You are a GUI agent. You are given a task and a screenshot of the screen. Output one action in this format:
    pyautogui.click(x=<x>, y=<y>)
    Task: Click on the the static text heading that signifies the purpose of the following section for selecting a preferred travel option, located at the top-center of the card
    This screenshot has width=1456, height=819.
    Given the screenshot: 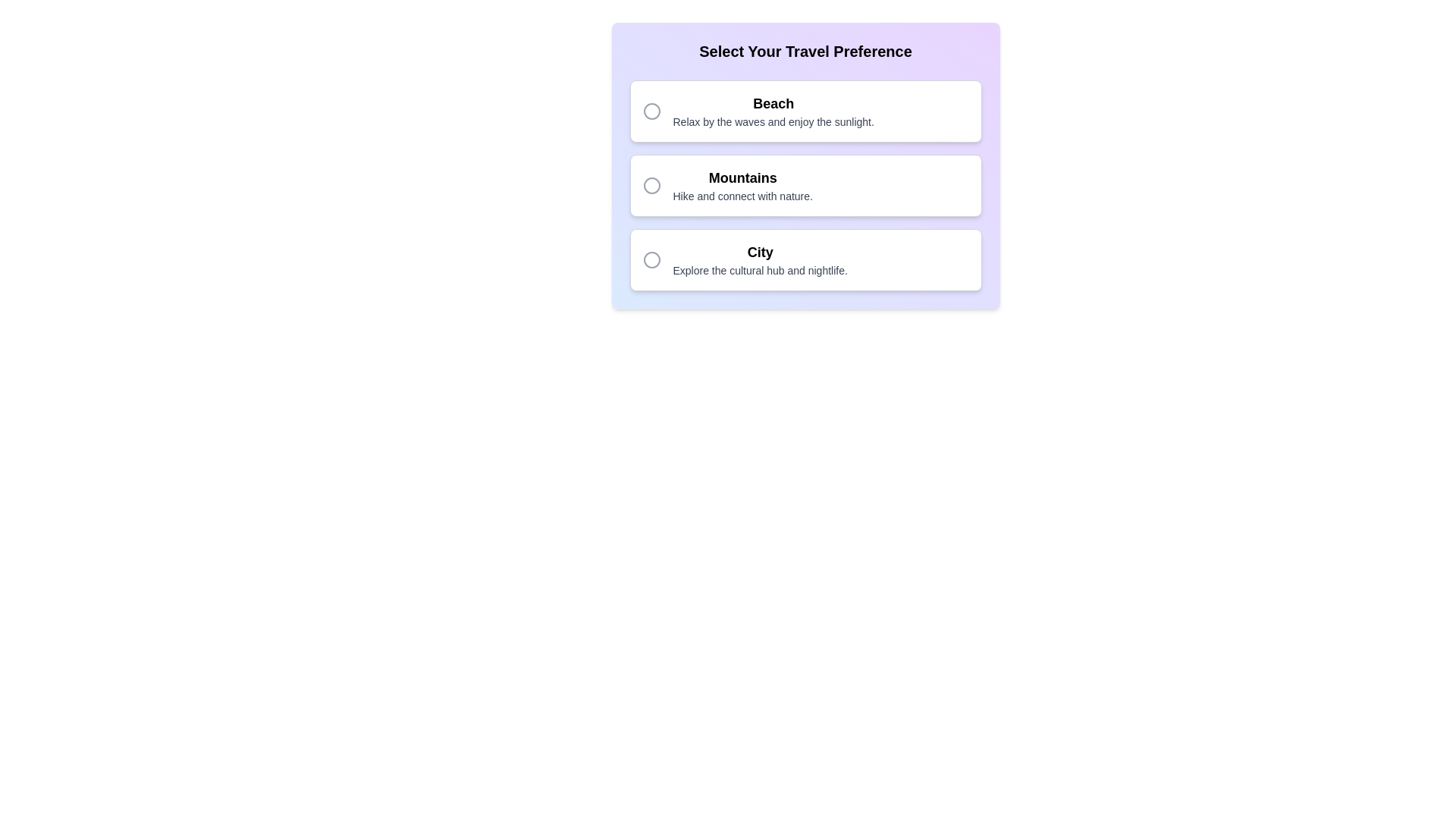 What is the action you would take?
    pyautogui.click(x=805, y=51)
    